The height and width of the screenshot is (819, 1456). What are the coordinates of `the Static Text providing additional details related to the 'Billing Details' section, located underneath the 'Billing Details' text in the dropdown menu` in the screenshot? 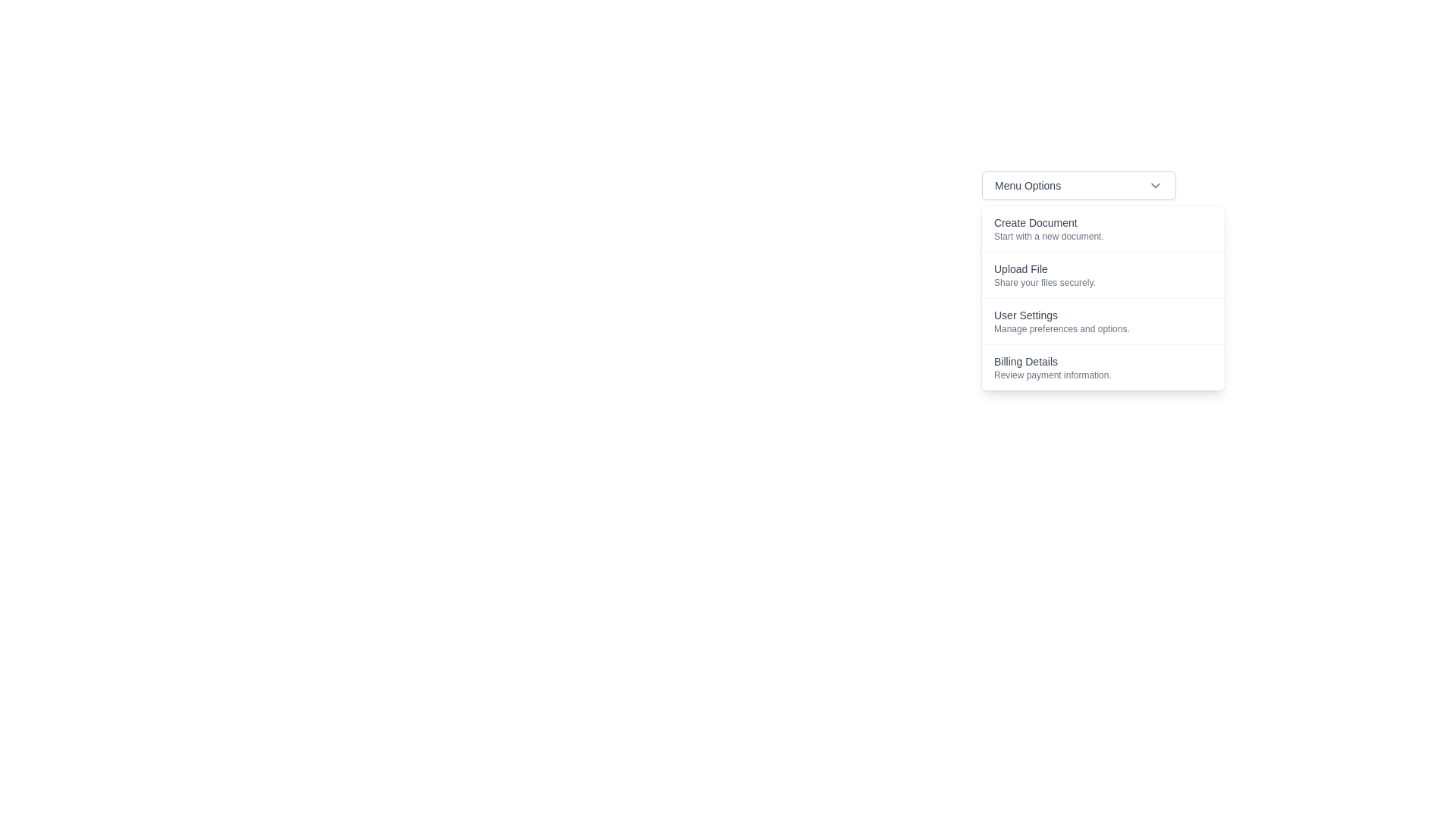 It's located at (1103, 375).